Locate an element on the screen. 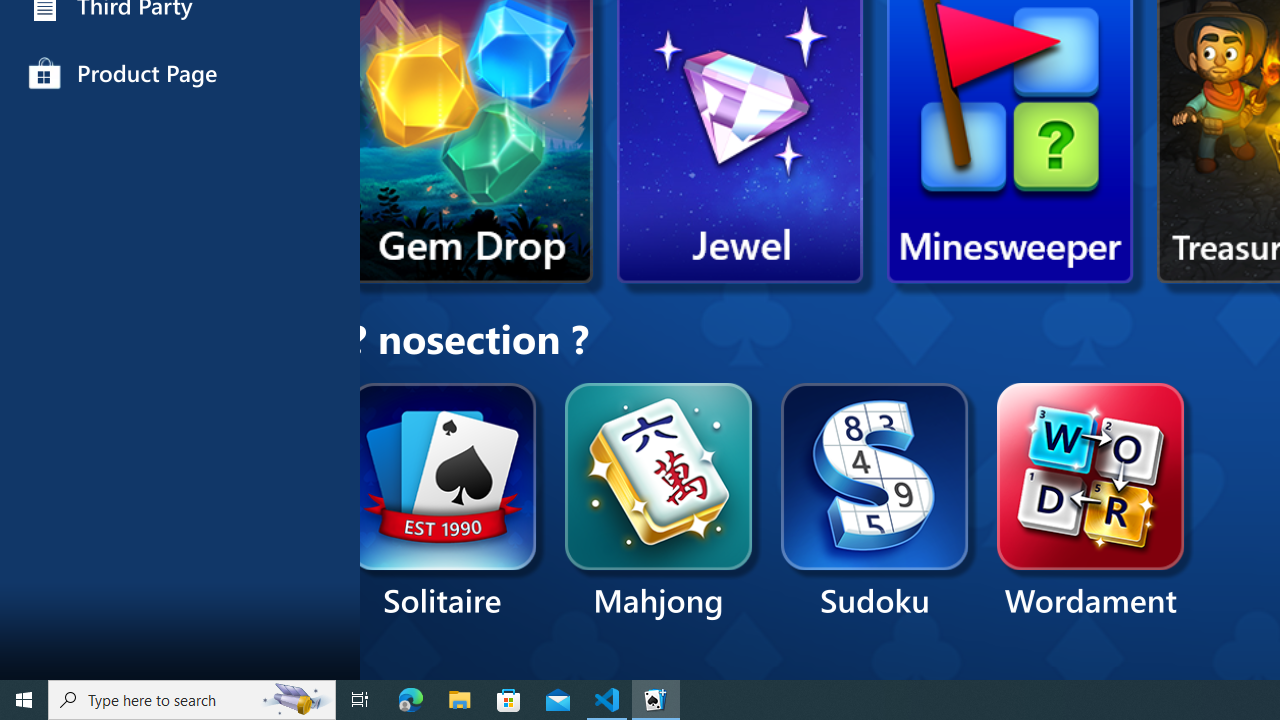 The width and height of the screenshot is (1280, 720). 'Product Page' is located at coordinates (179, 73).